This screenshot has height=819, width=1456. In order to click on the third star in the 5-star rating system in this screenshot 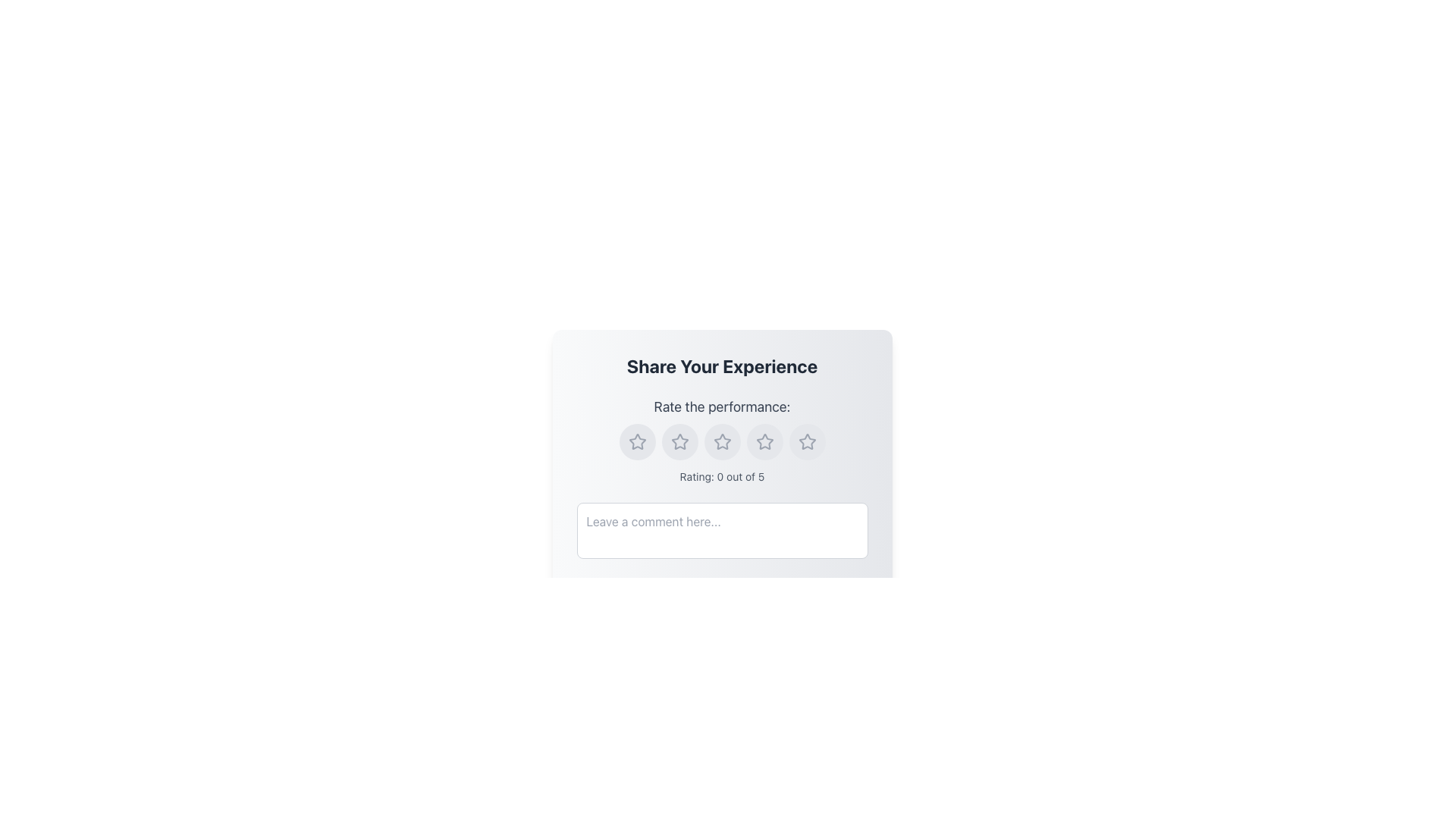, I will do `click(764, 441)`.